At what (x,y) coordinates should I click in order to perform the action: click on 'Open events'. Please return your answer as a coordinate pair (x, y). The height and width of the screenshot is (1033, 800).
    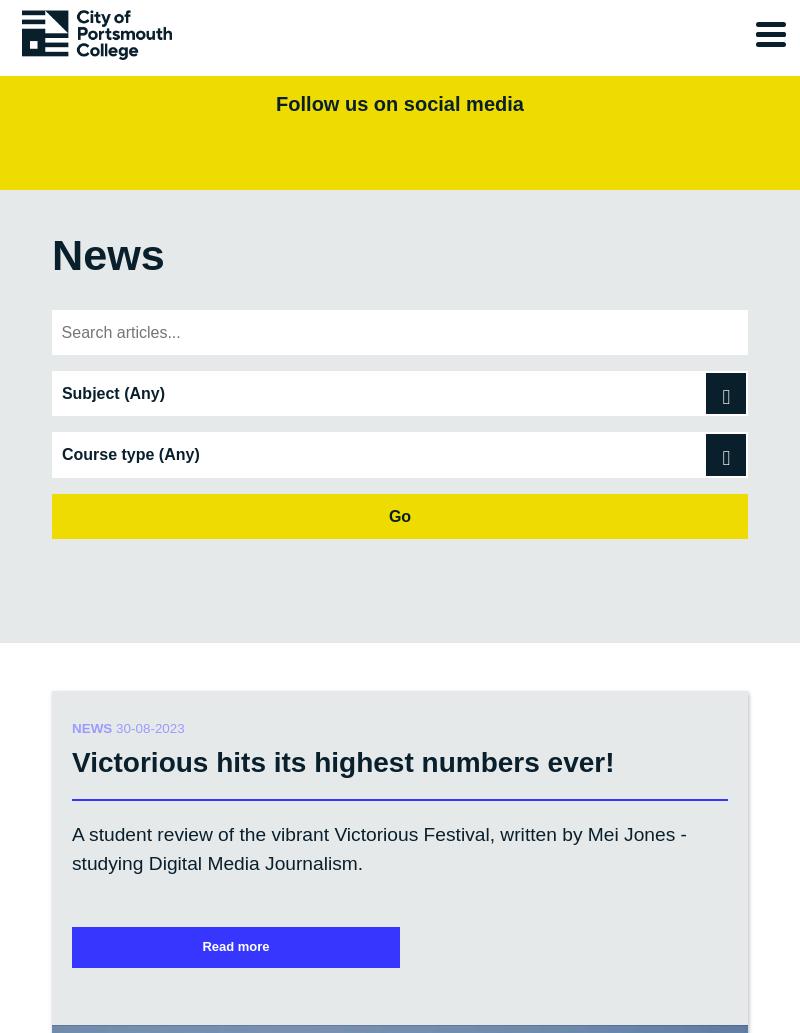
    Looking at the image, I should click on (67, 1016).